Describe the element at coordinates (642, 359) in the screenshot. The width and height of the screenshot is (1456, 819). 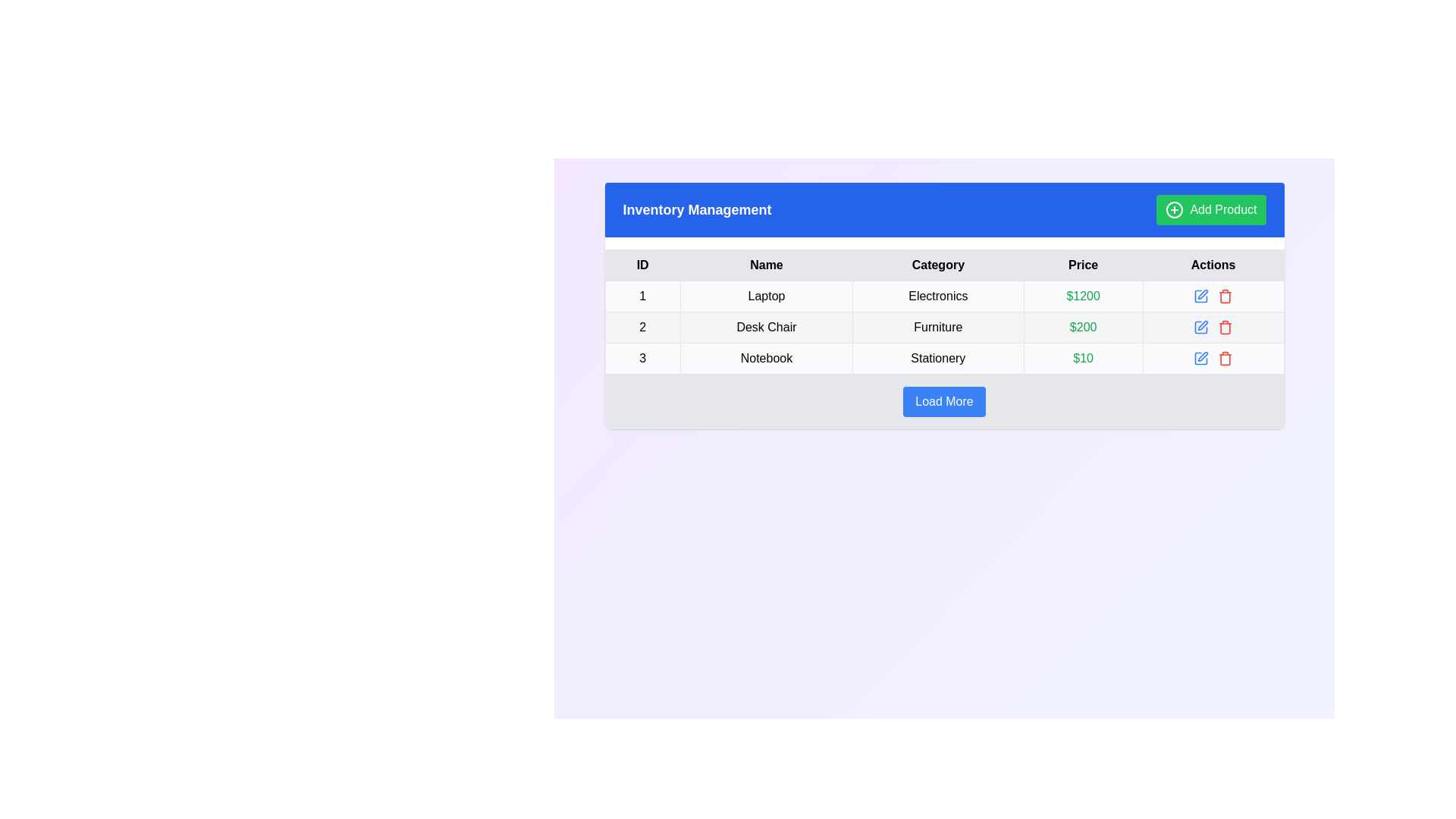
I see `the text element that displays the unique identifier of the data entry in the third row of the table under the 'ID' column` at that location.